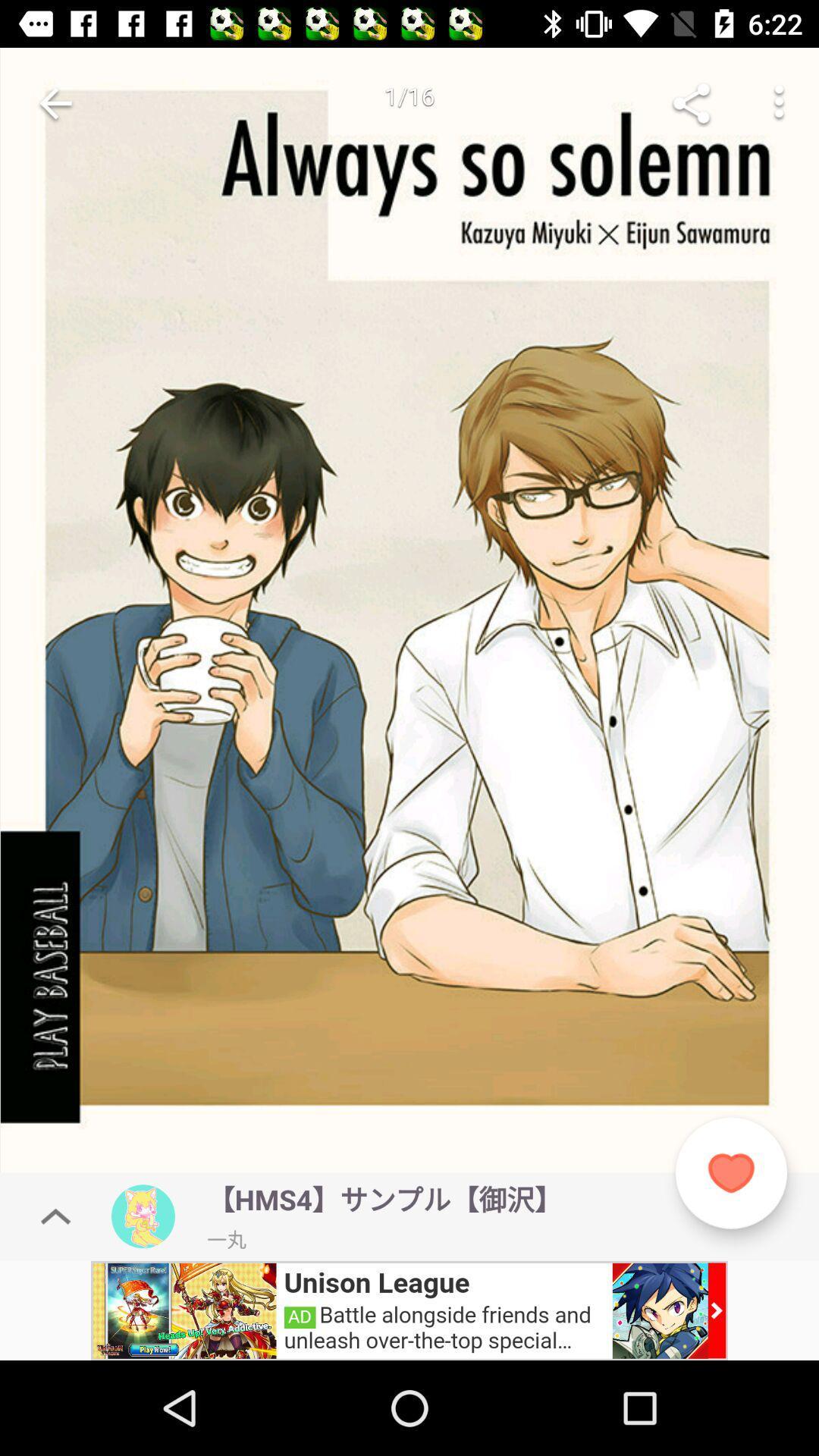  I want to click on mark as favorite, so click(730, 1172).